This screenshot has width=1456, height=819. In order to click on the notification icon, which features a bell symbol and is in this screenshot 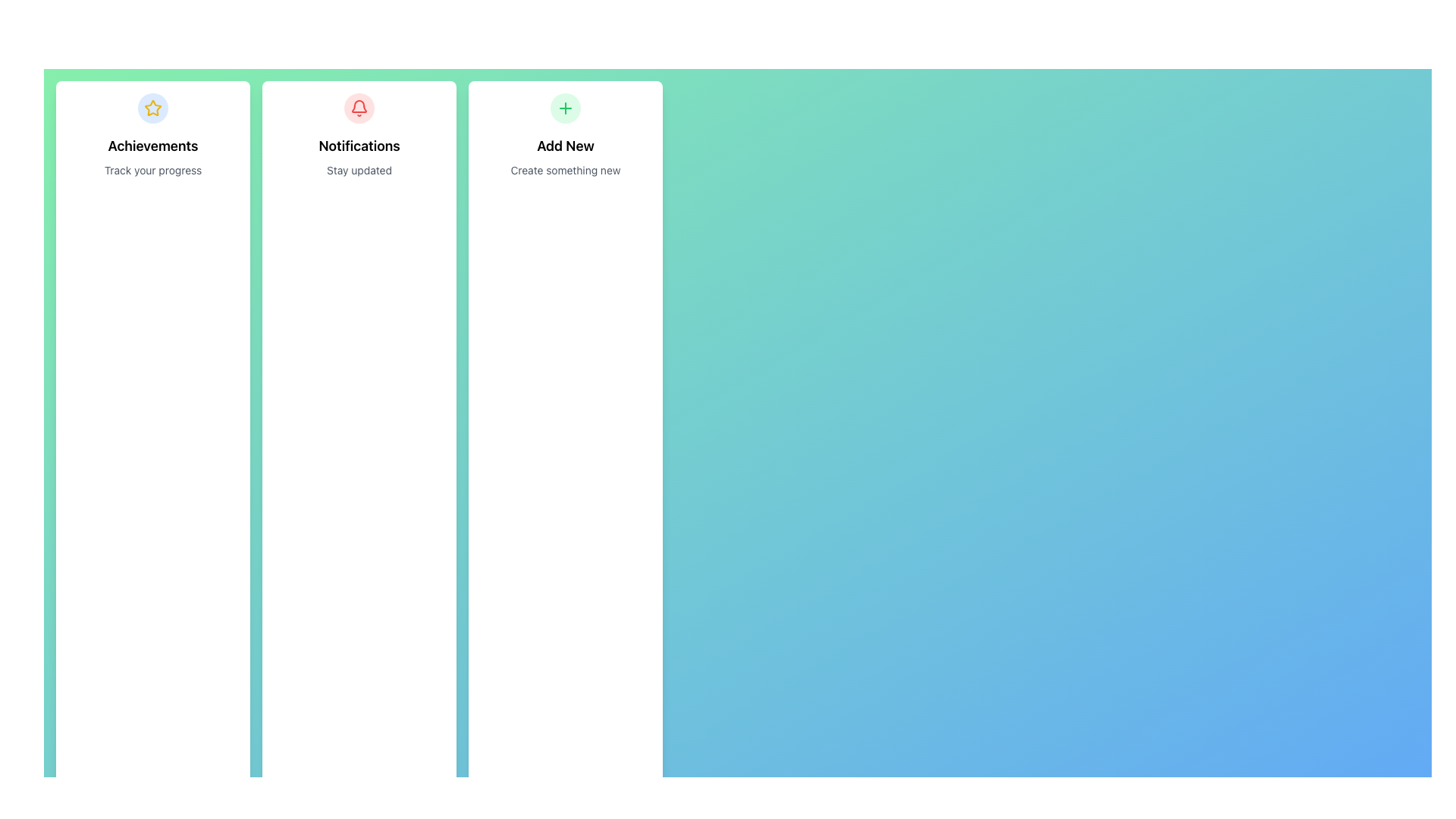, I will do `click(359, 107)`.